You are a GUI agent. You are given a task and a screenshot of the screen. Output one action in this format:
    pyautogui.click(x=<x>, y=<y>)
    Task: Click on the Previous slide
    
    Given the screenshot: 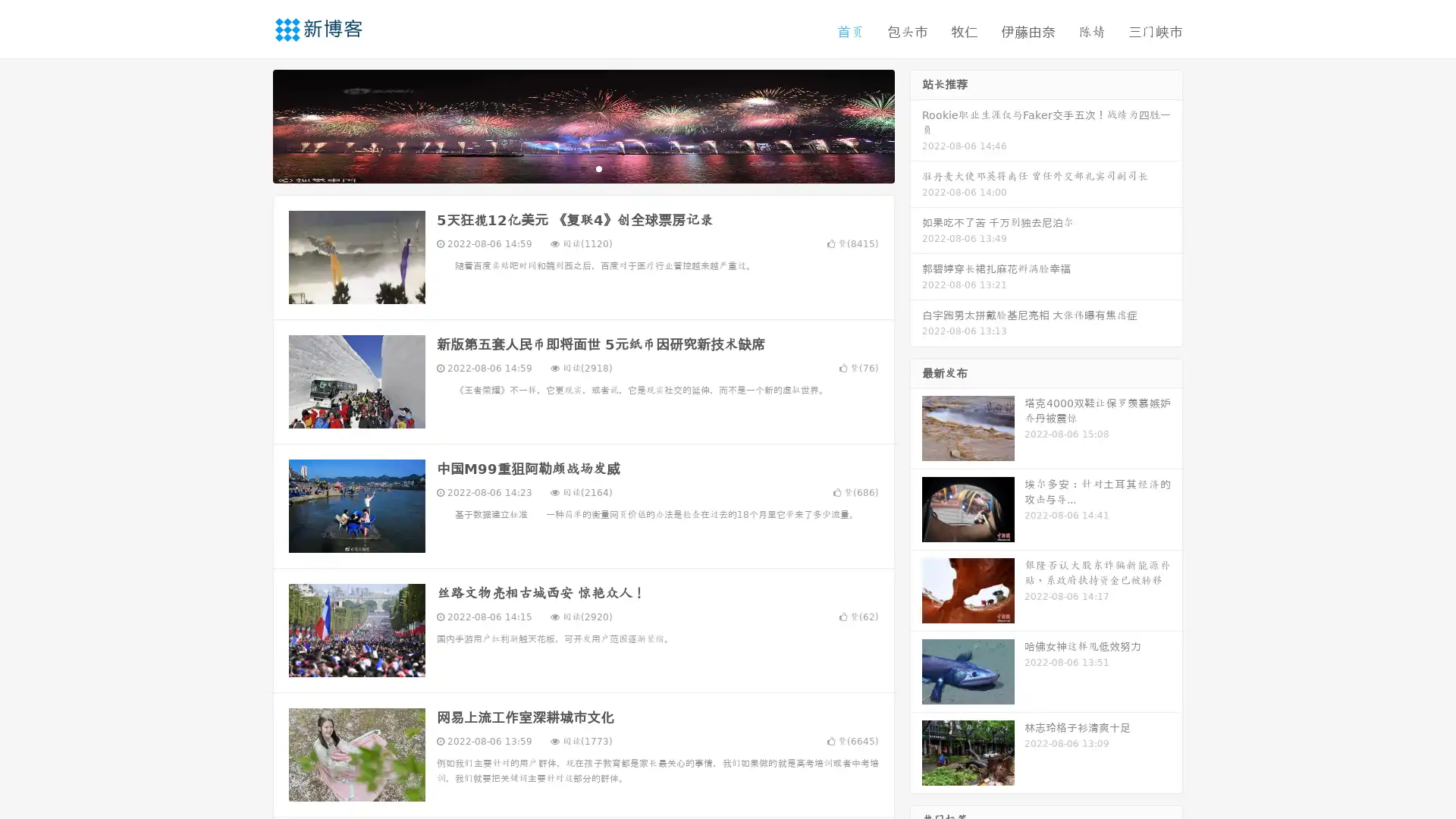 What is the action you would take?
    pyautogui.click(x=250, y=127)
    